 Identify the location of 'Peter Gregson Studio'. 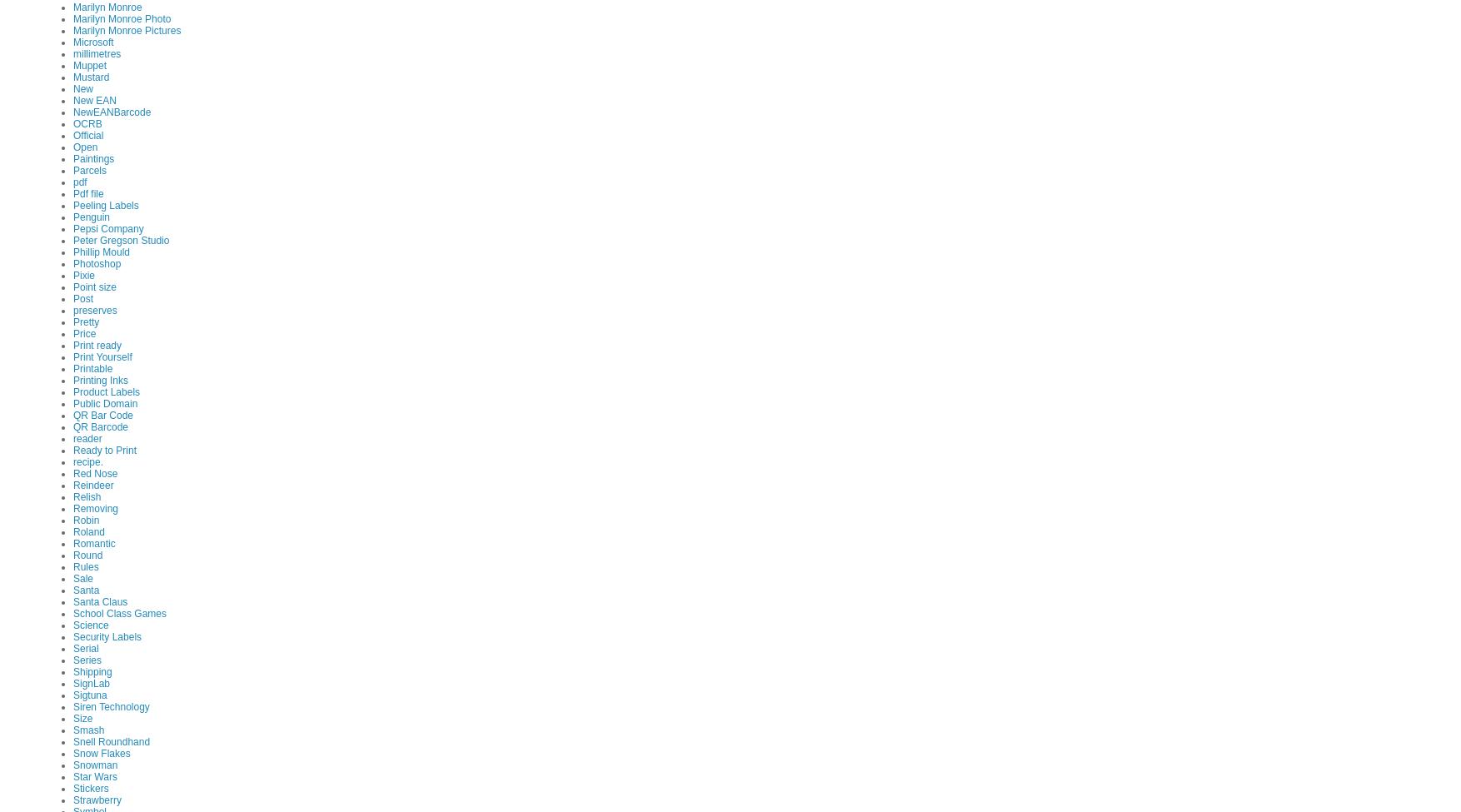
(120, 240).